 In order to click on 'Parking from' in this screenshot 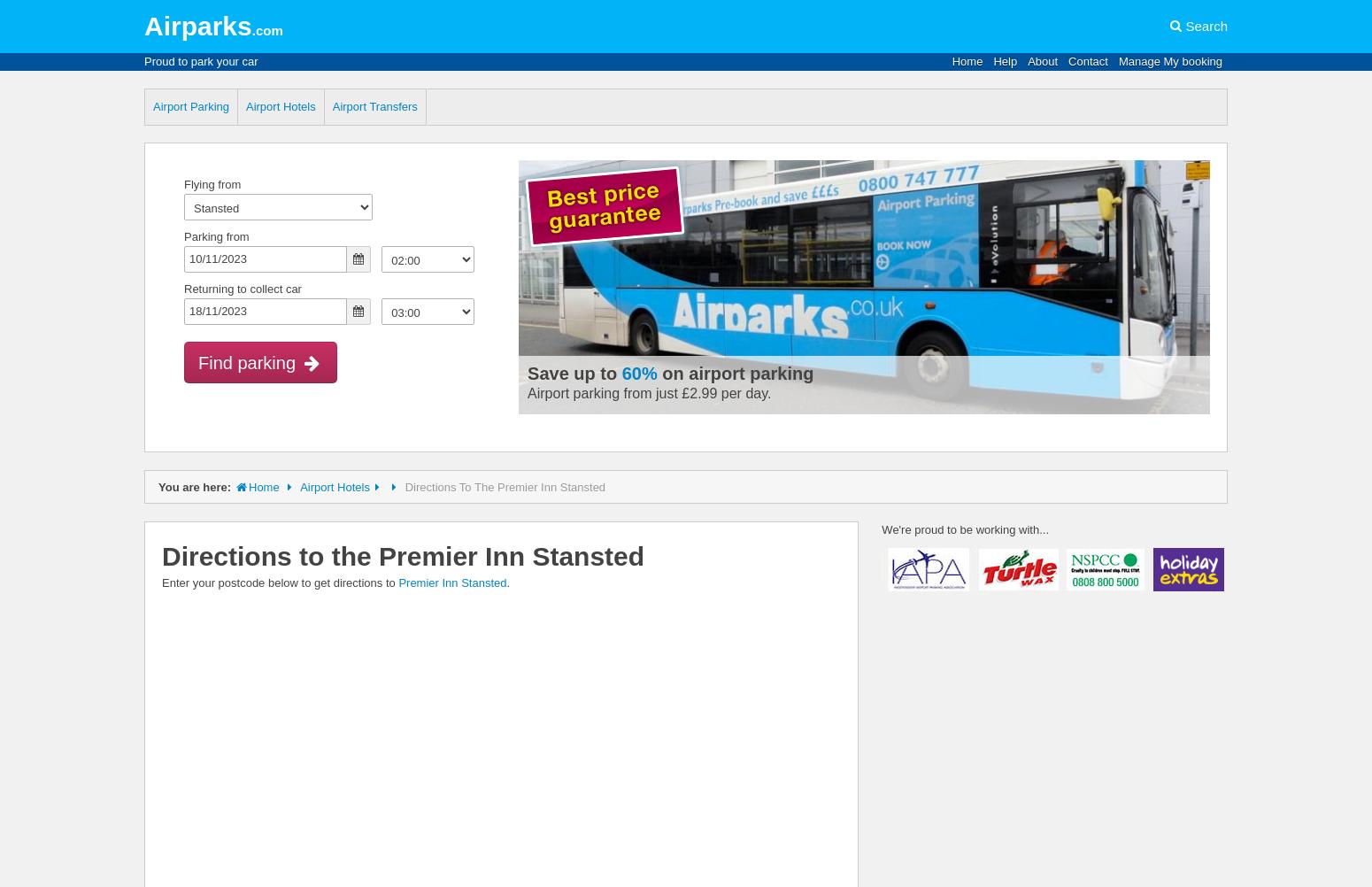, I will do `click(216, 235)`.